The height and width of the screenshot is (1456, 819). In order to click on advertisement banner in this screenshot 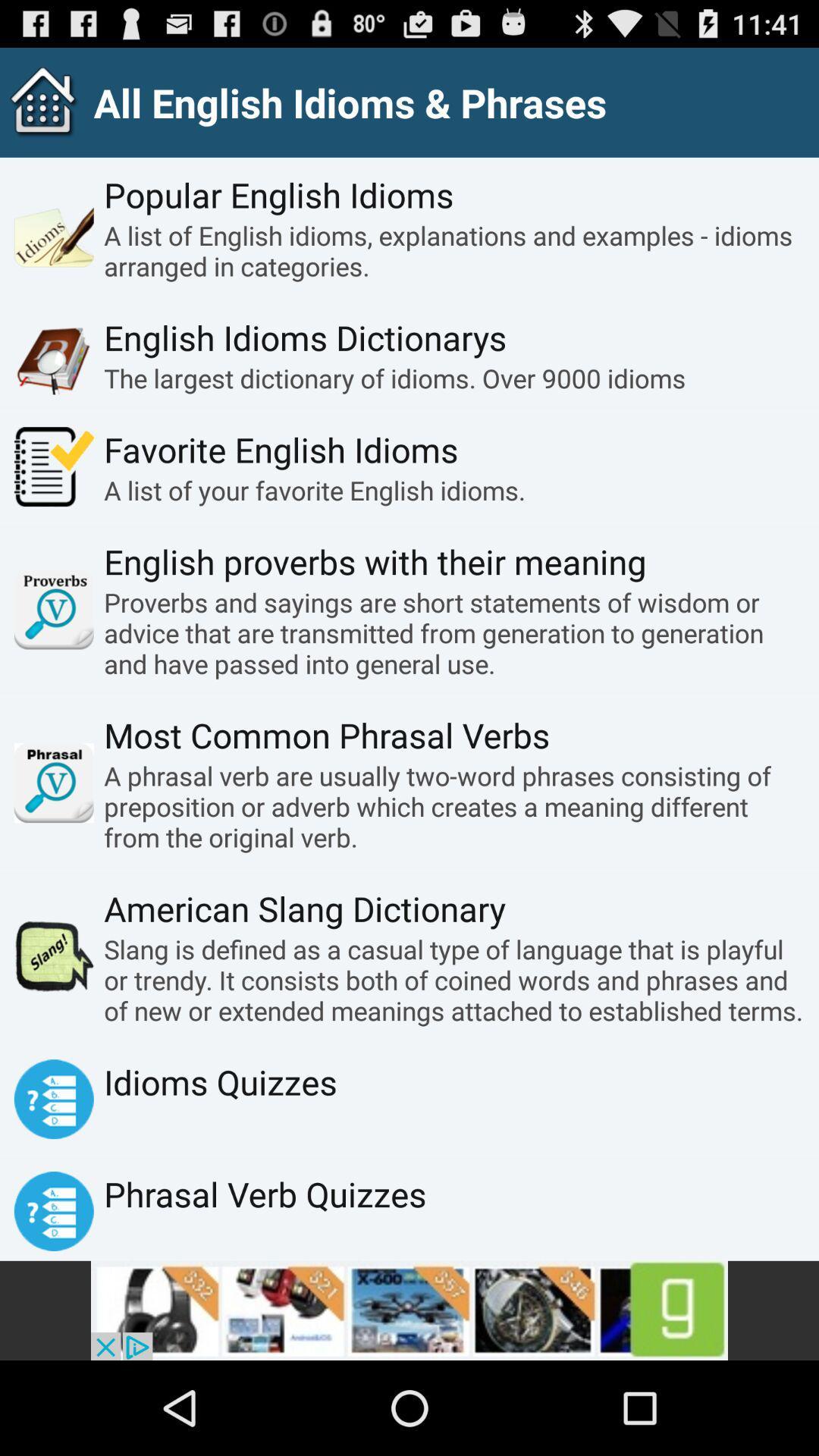, I will do `click(409, 1310)`.